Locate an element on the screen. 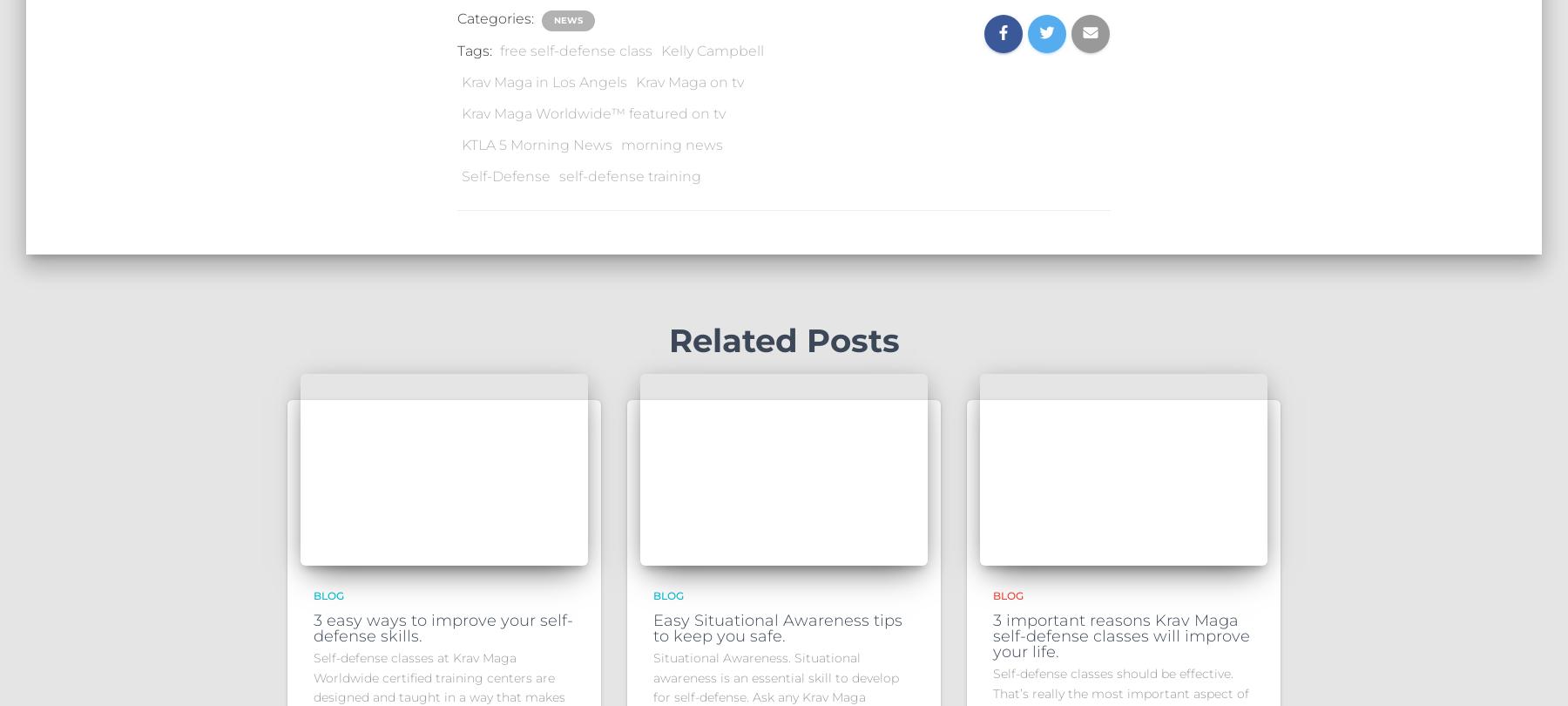 Image resolution: width=1568 pixels, height=706 pixels. 'self-defense training' is located at coordinates (629, 175).